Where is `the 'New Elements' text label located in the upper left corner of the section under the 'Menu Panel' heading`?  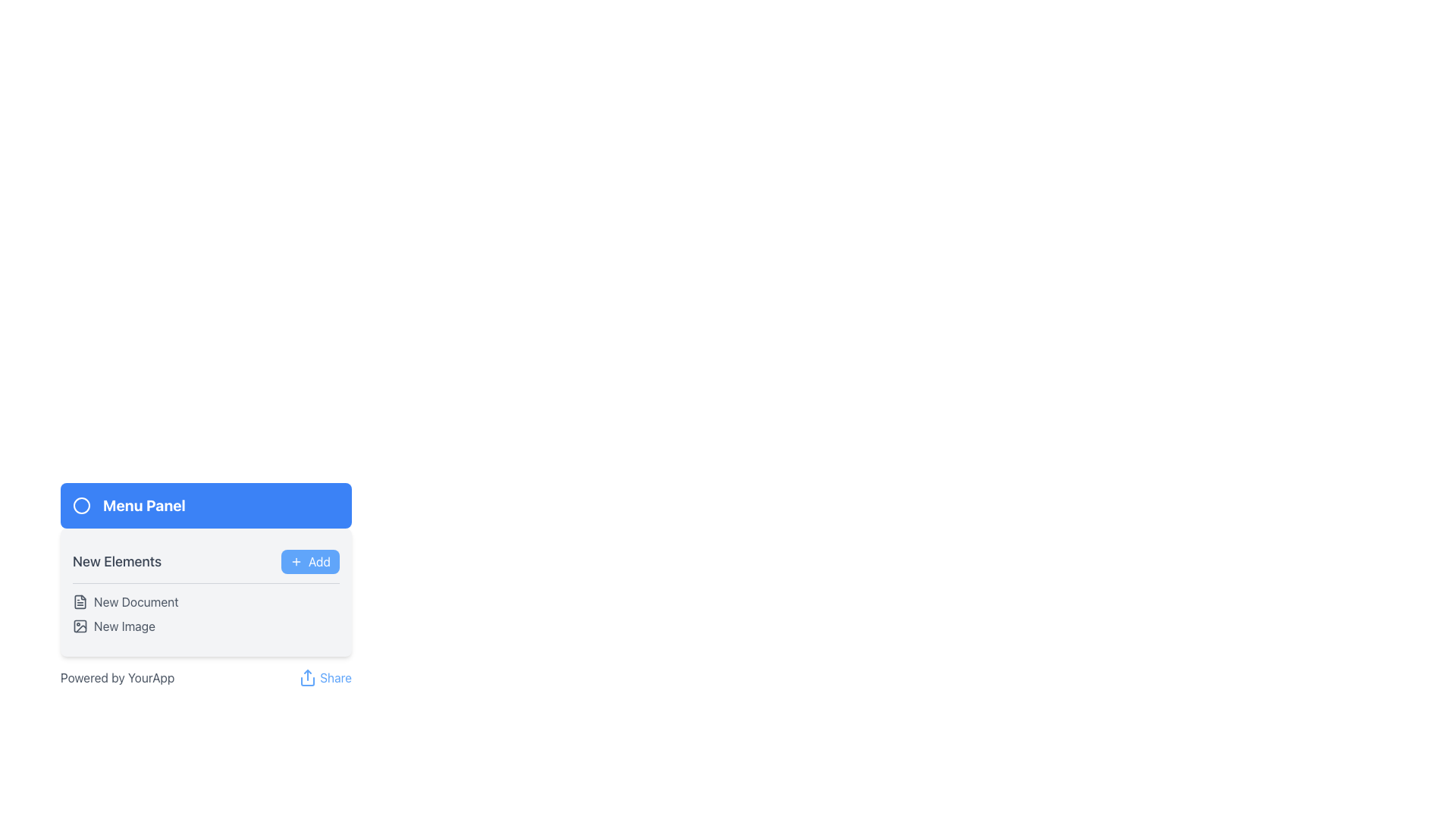 the 'New Elements' text label located in the upper left corner of the section under the 'Menu Panel' heading is located at coordinates (116, 561).